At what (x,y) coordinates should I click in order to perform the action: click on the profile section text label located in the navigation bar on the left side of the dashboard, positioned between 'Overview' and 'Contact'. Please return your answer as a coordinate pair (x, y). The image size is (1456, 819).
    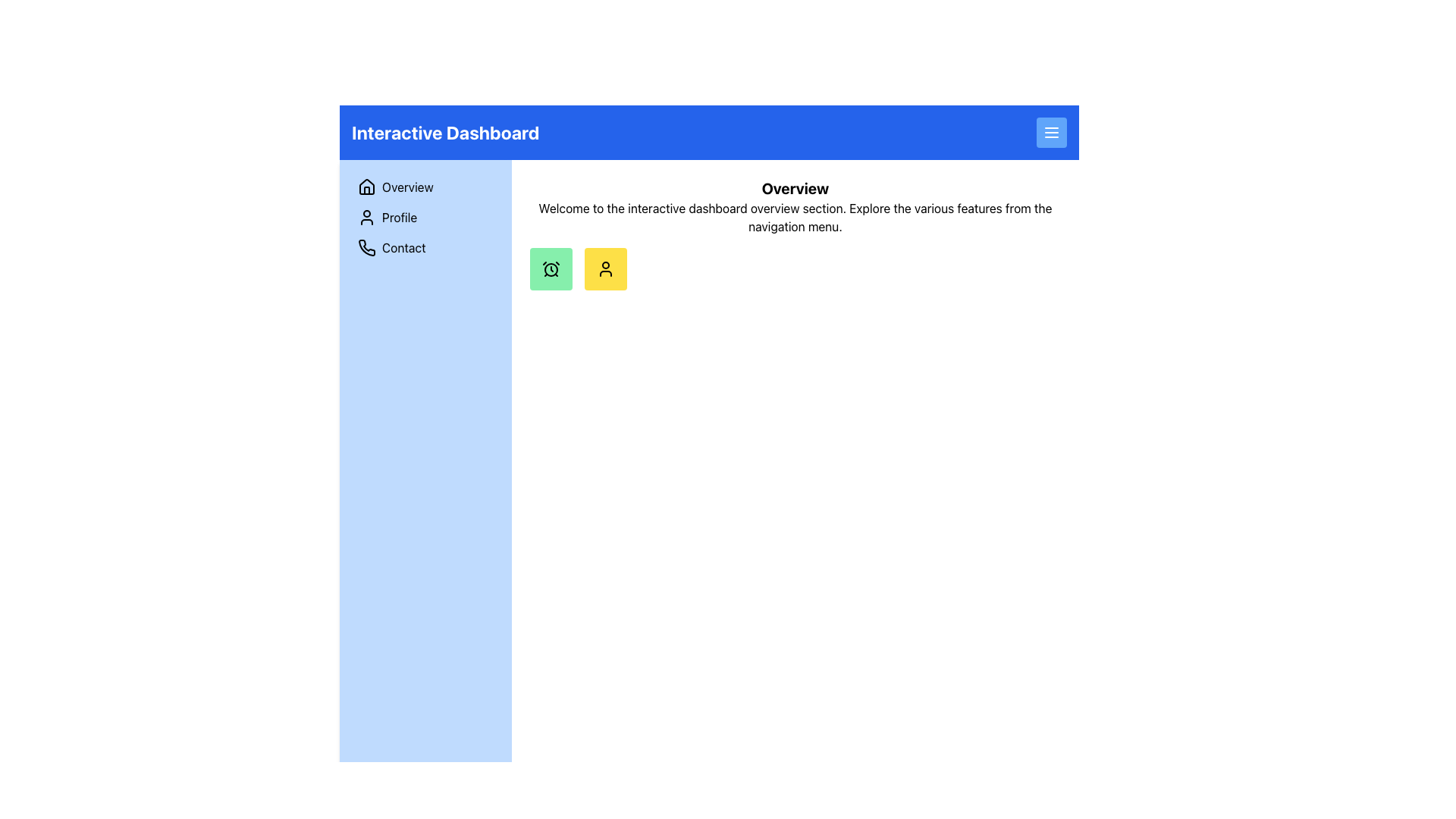
    Looking at the image, I should click on (400, 217).